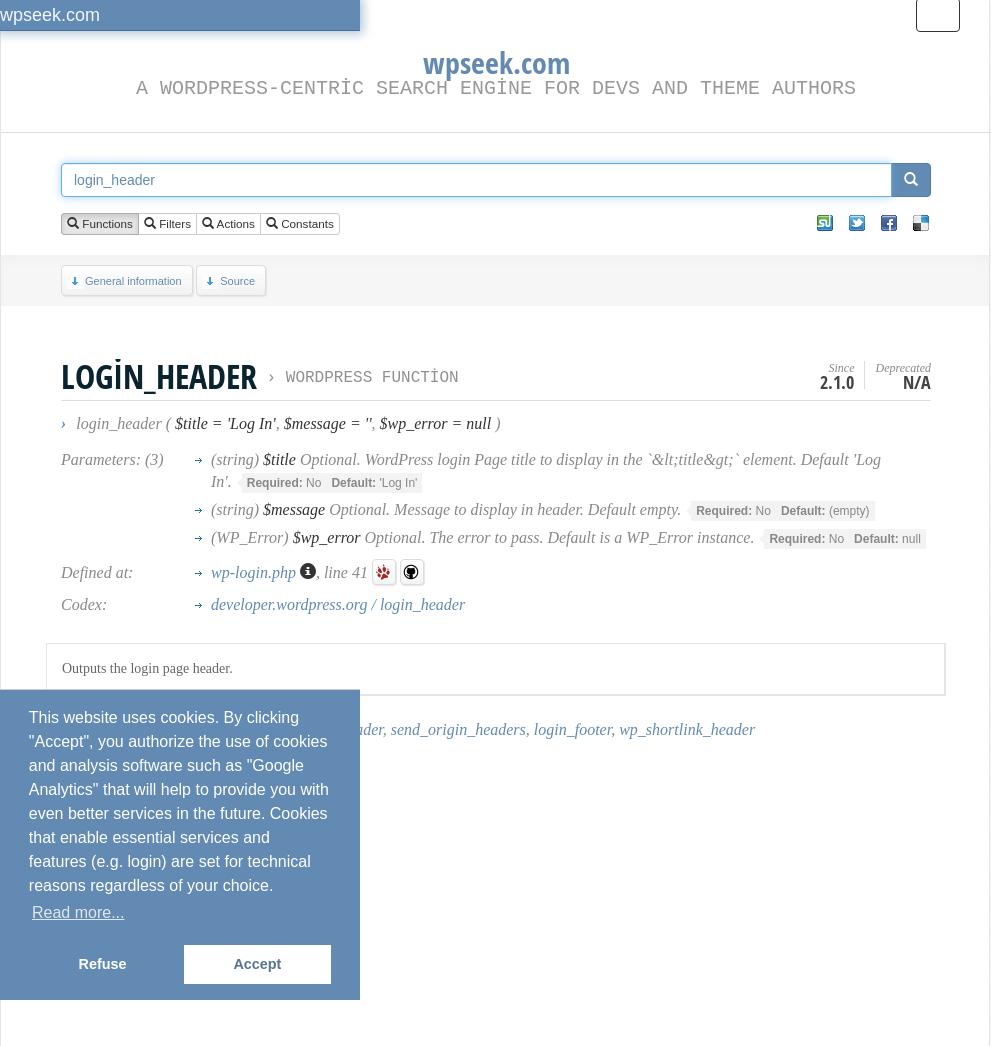  Describe the element at coordinates (131, 280) in the screenshot. I see `'General information'` at that location.